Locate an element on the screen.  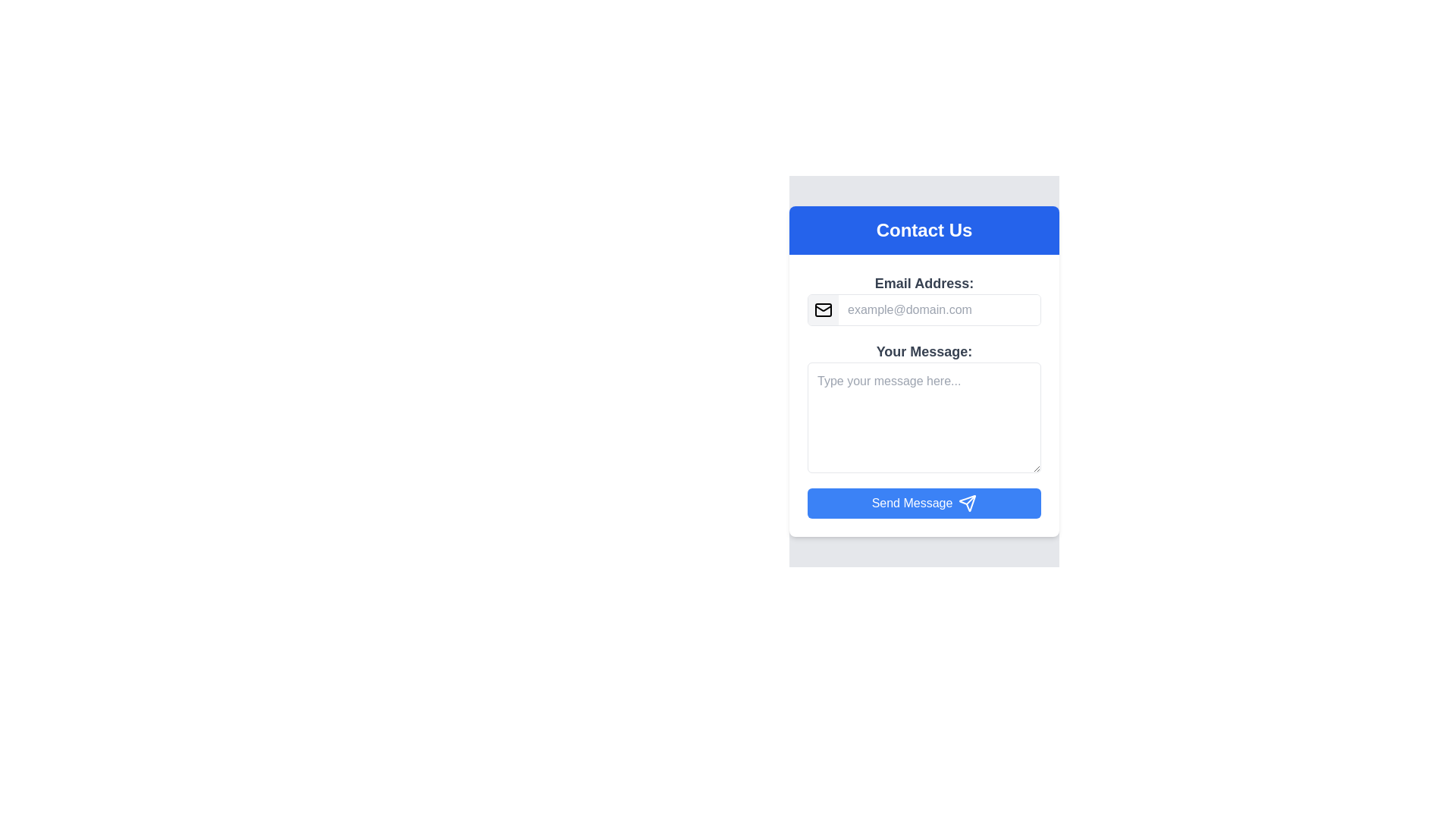
the rectangular envelope icon in the 'Contact Us' section, located to the left of the email input field placeholder text is located at coordinates (822, 309).